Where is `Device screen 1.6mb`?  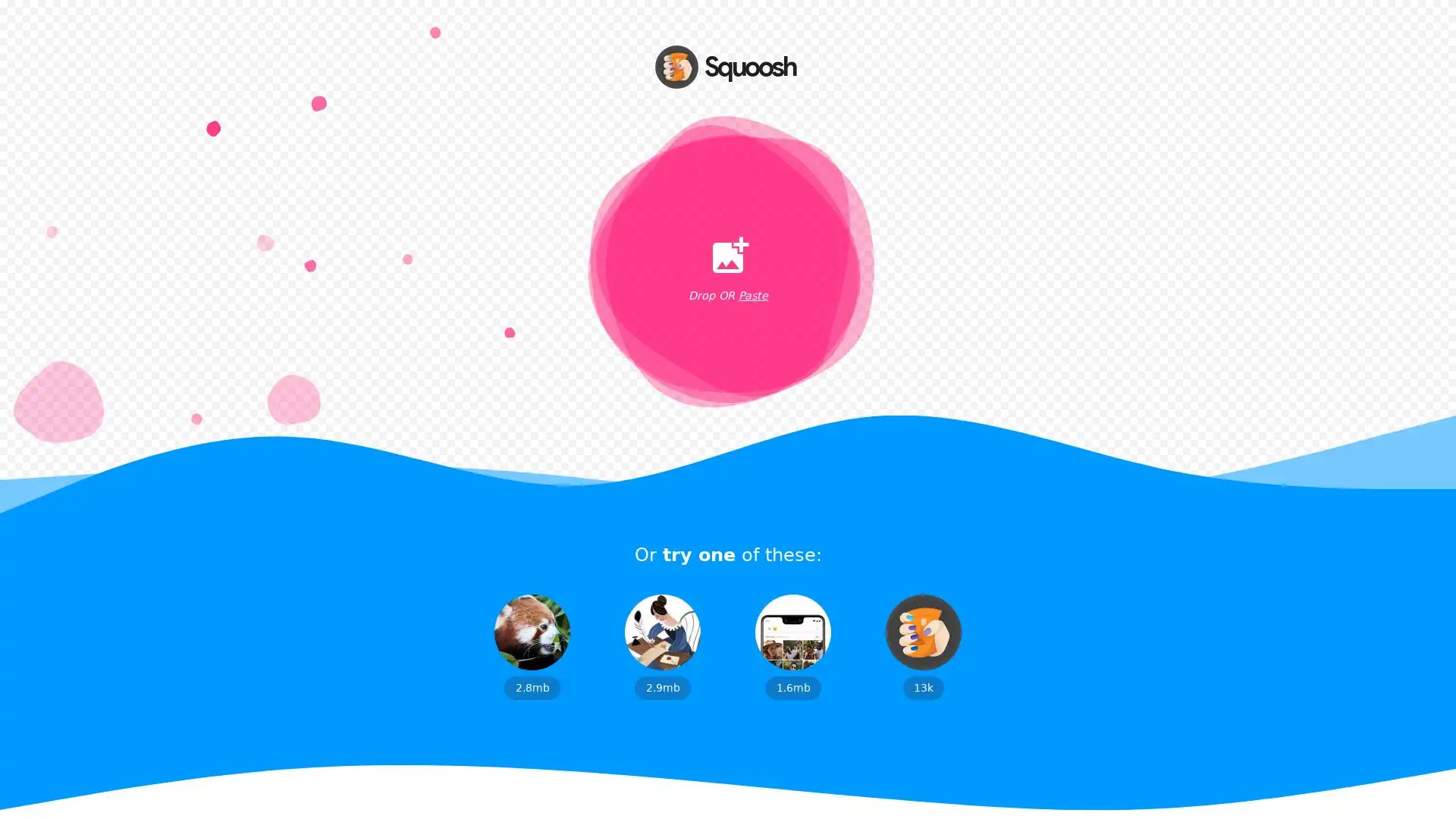 Device screen 1.6mb is located at coordinates (792, 646).